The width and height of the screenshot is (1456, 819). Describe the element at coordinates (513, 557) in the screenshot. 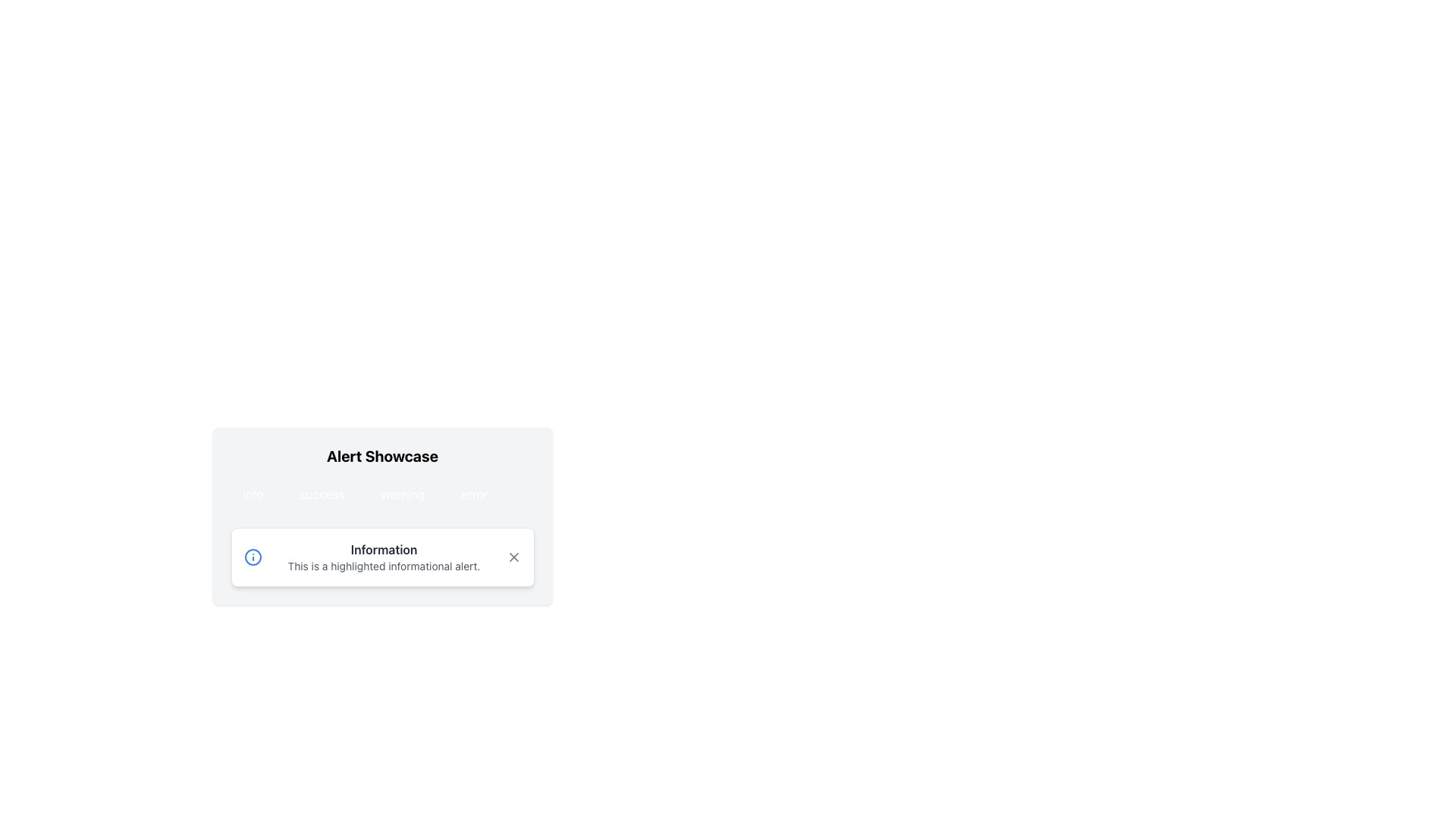

I see `the small square button with a stylized 'X' icon` at that location.